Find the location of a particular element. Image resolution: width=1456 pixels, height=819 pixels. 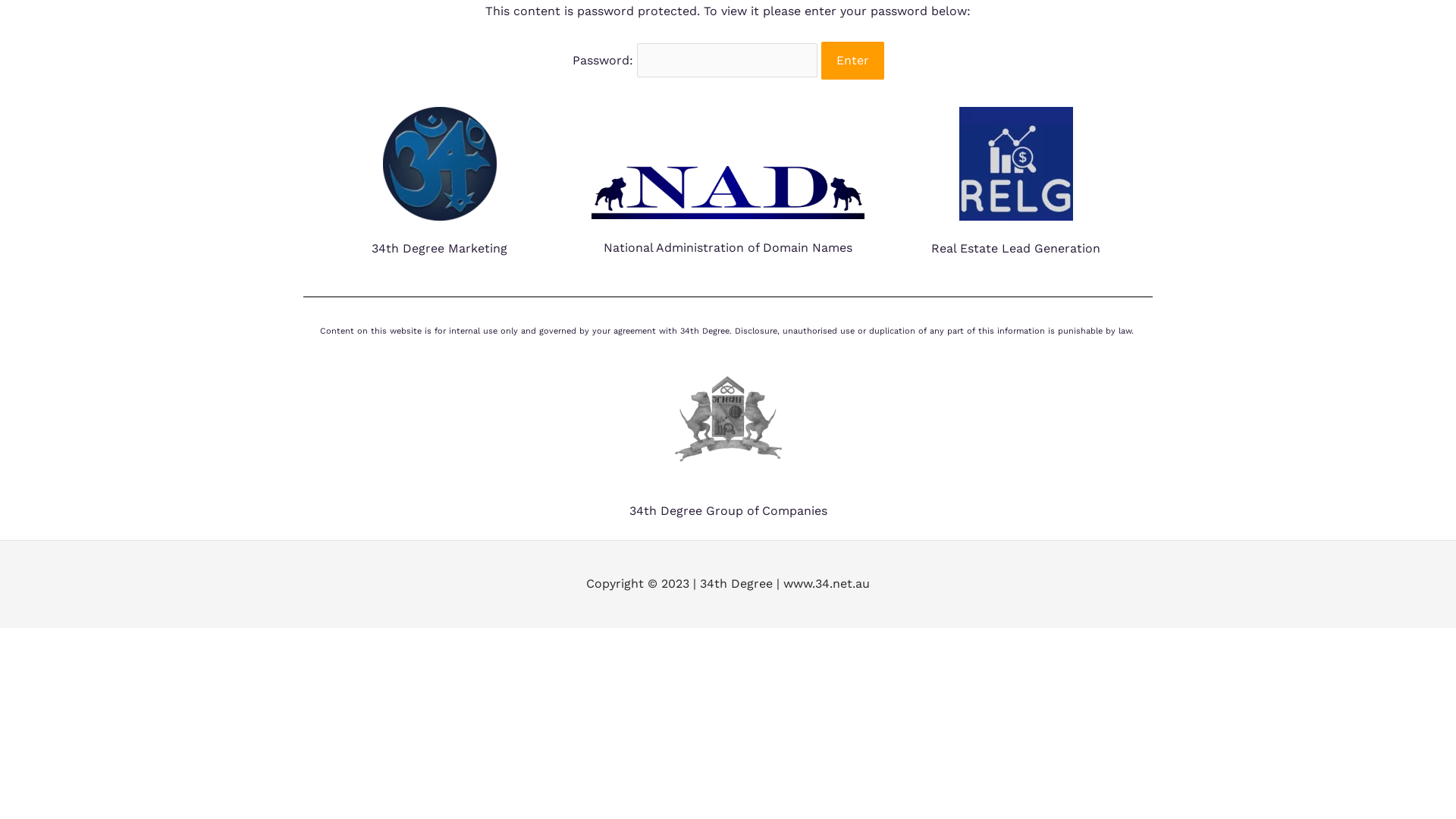

'Enter' is located at coordinates (852, 60).